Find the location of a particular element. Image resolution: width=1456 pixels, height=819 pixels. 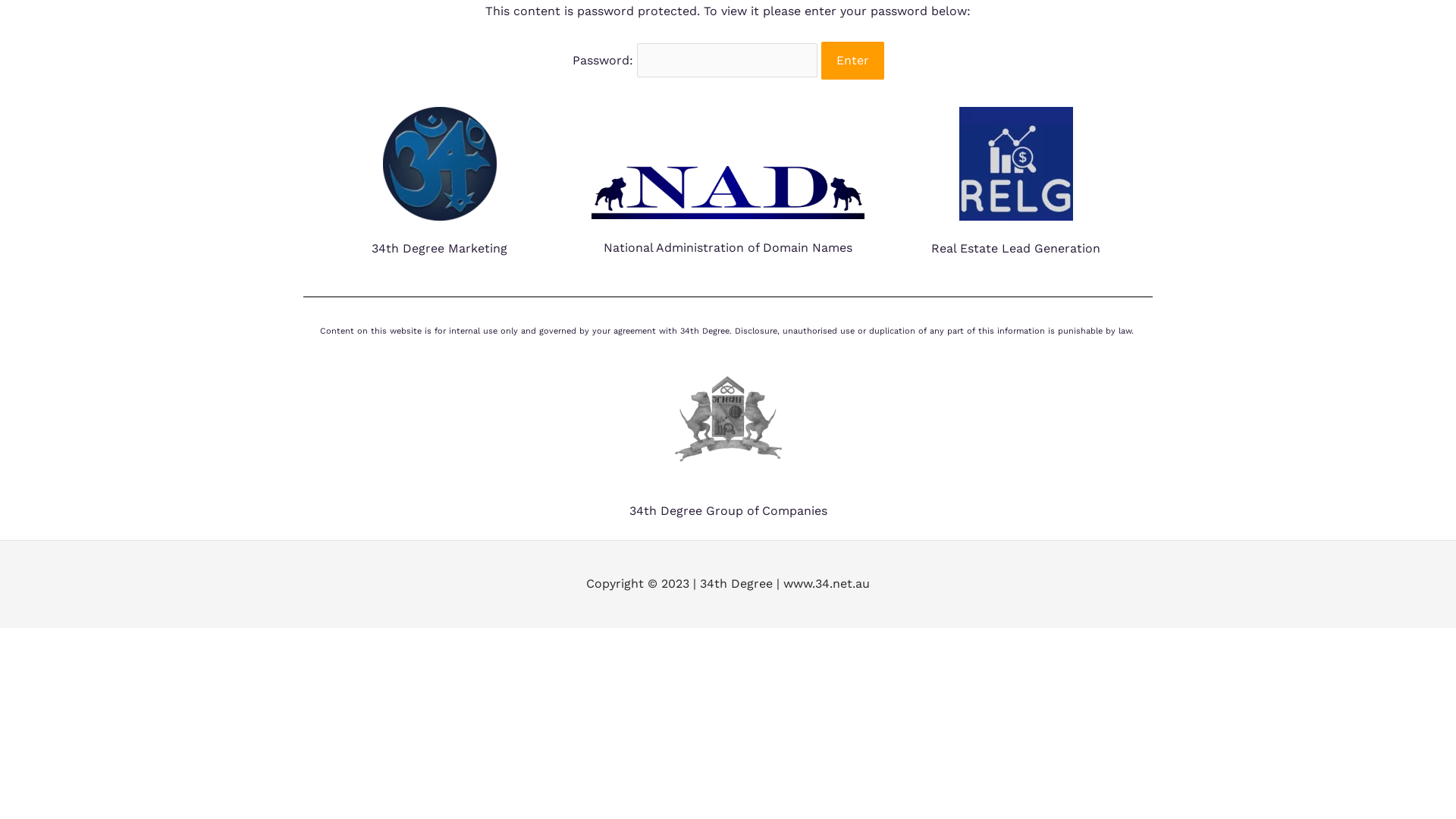

'Enter' is located at coordinates (852, 60).